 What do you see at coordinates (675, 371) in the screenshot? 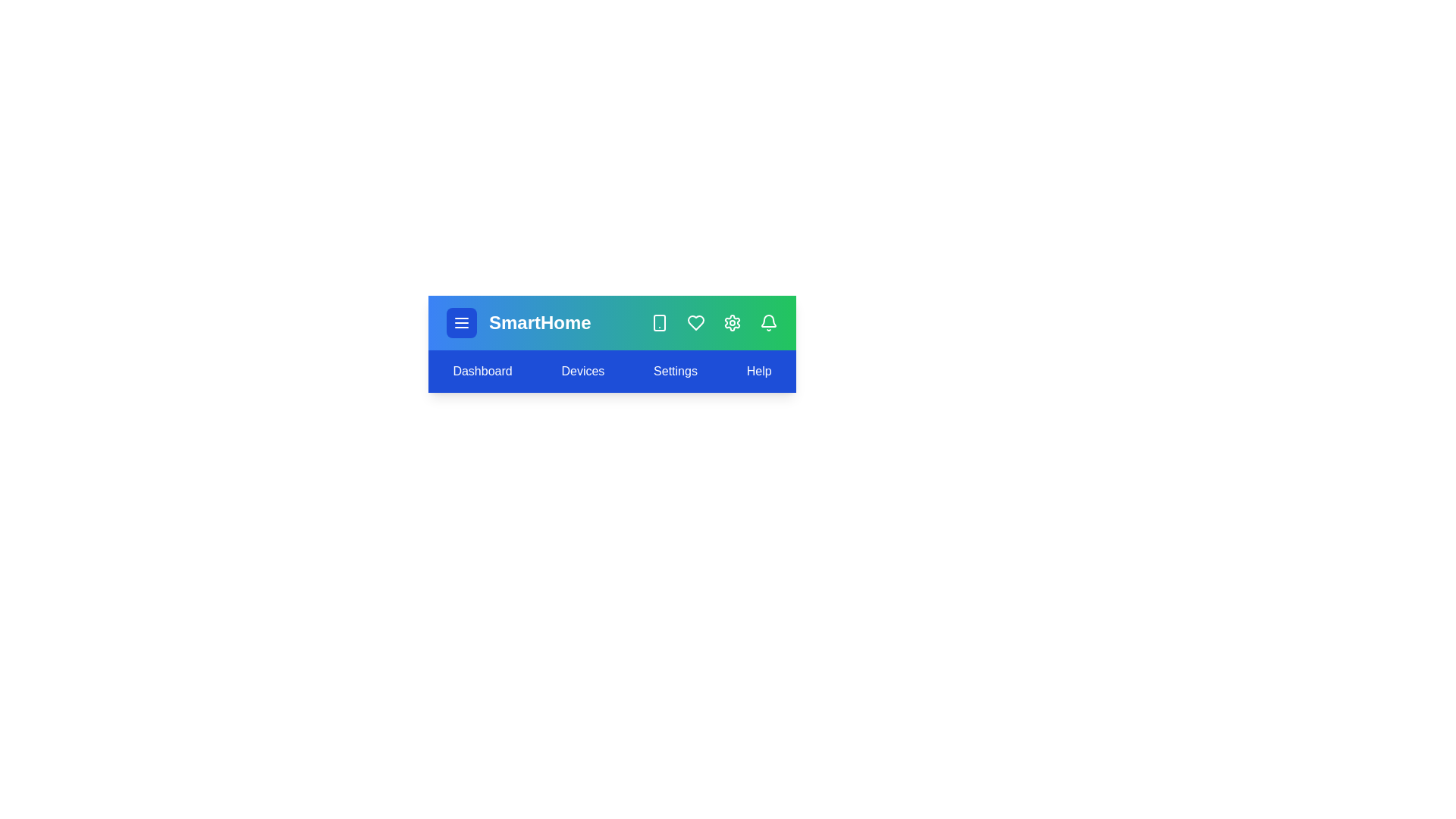
I see `the 'Settings' menu item in the navigation bar` at bounding box center [675, 371].